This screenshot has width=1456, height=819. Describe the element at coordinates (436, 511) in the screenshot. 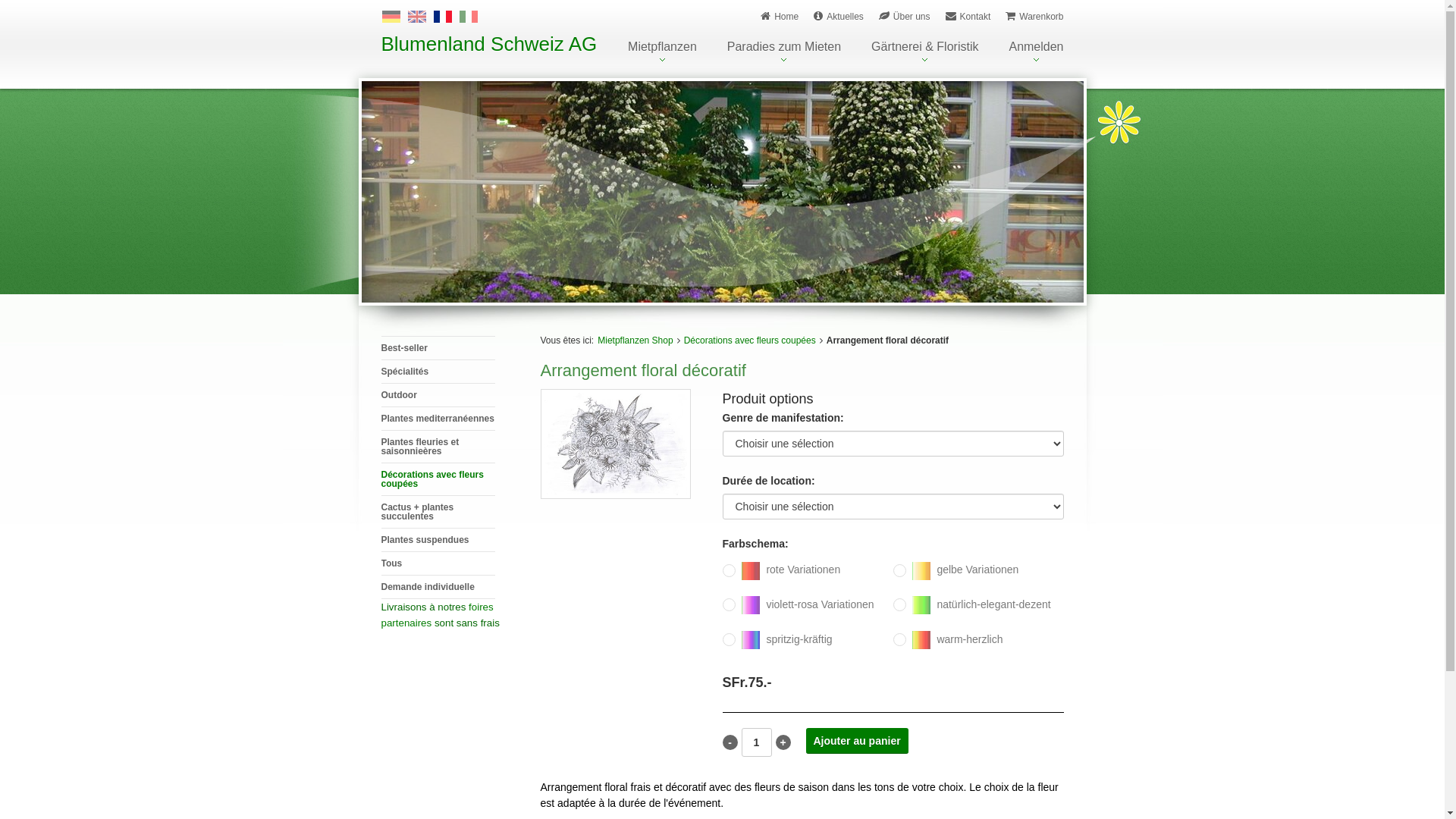

I see `'Cactus + plantes succulentes'` at that location.